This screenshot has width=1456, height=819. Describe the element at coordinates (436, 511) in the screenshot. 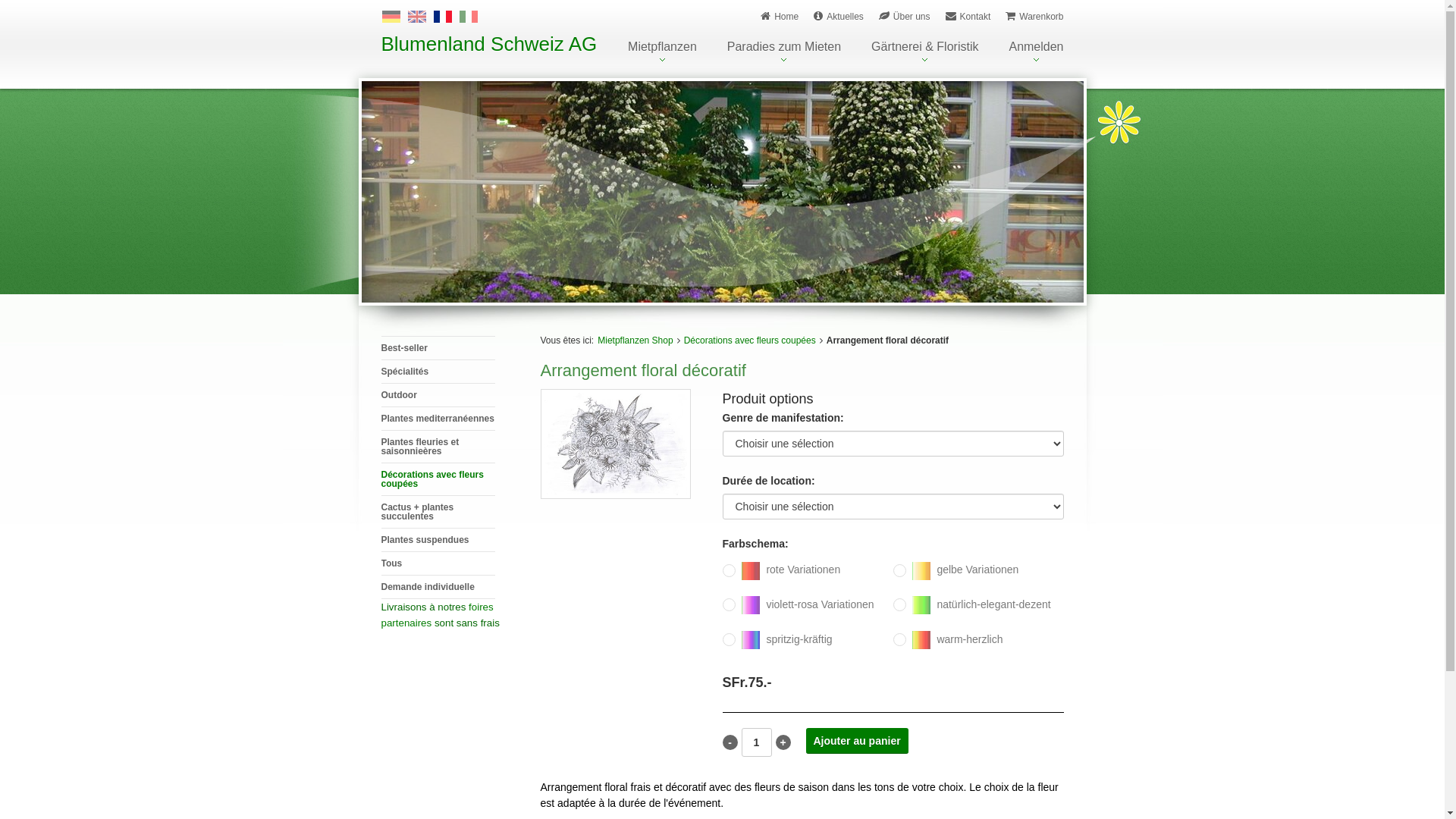

I see `'Cactus + plantes succulentes'` at that location.